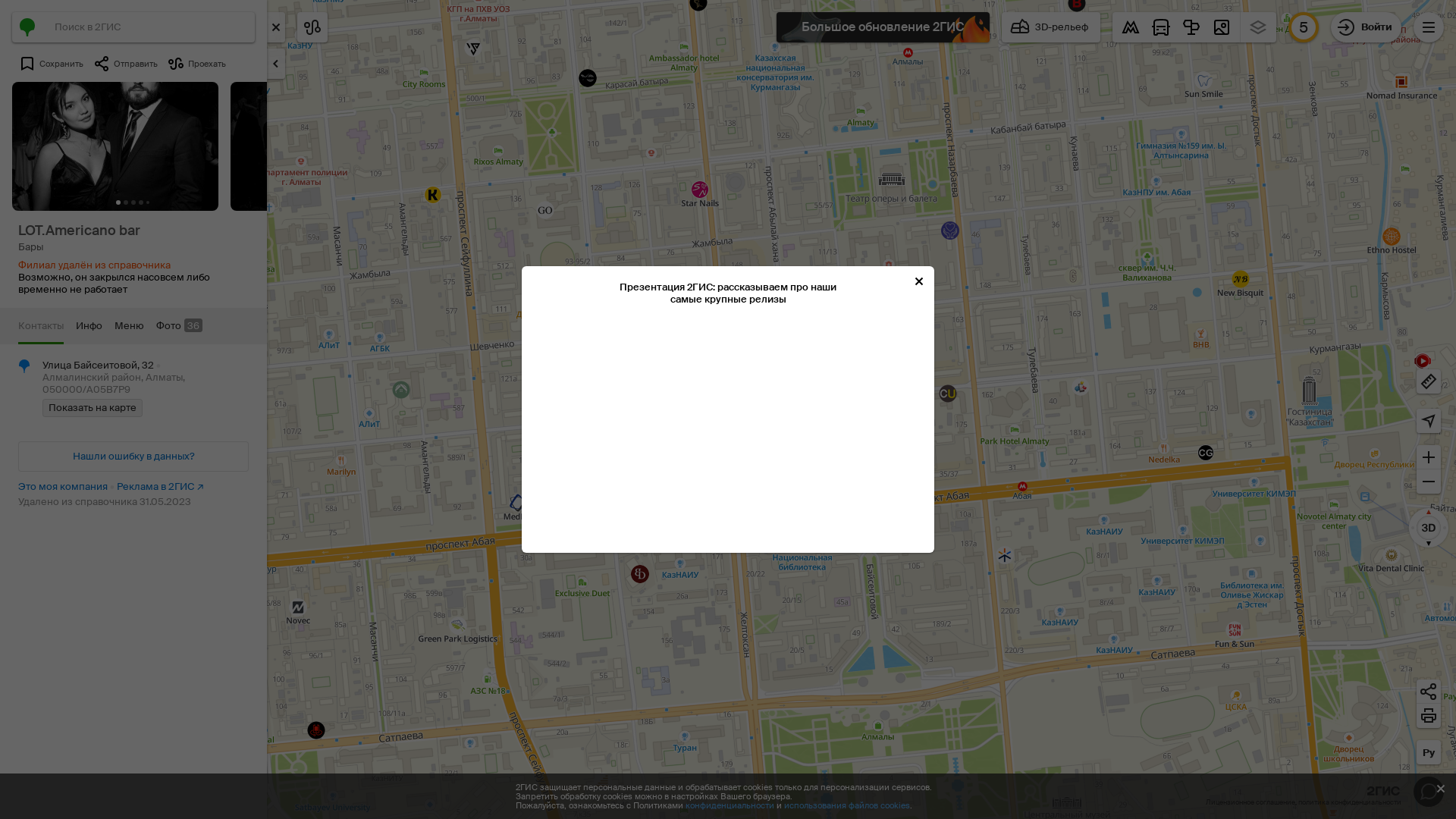  I want to click on '5', so click(1302, 27).